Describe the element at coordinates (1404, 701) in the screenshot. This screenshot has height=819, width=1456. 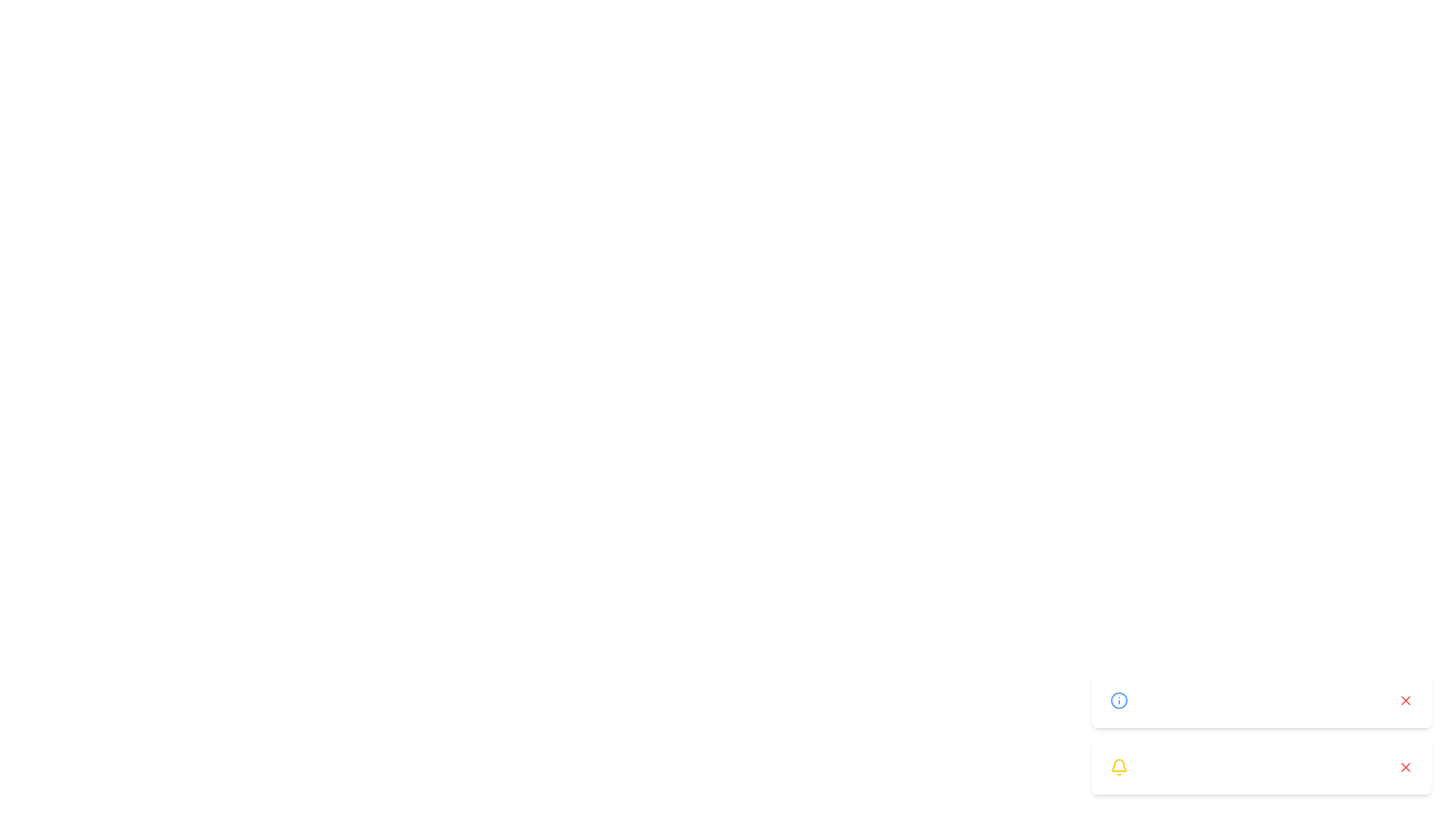
I see `close button on the notification with message 'System update completed successfully!'` at that location.